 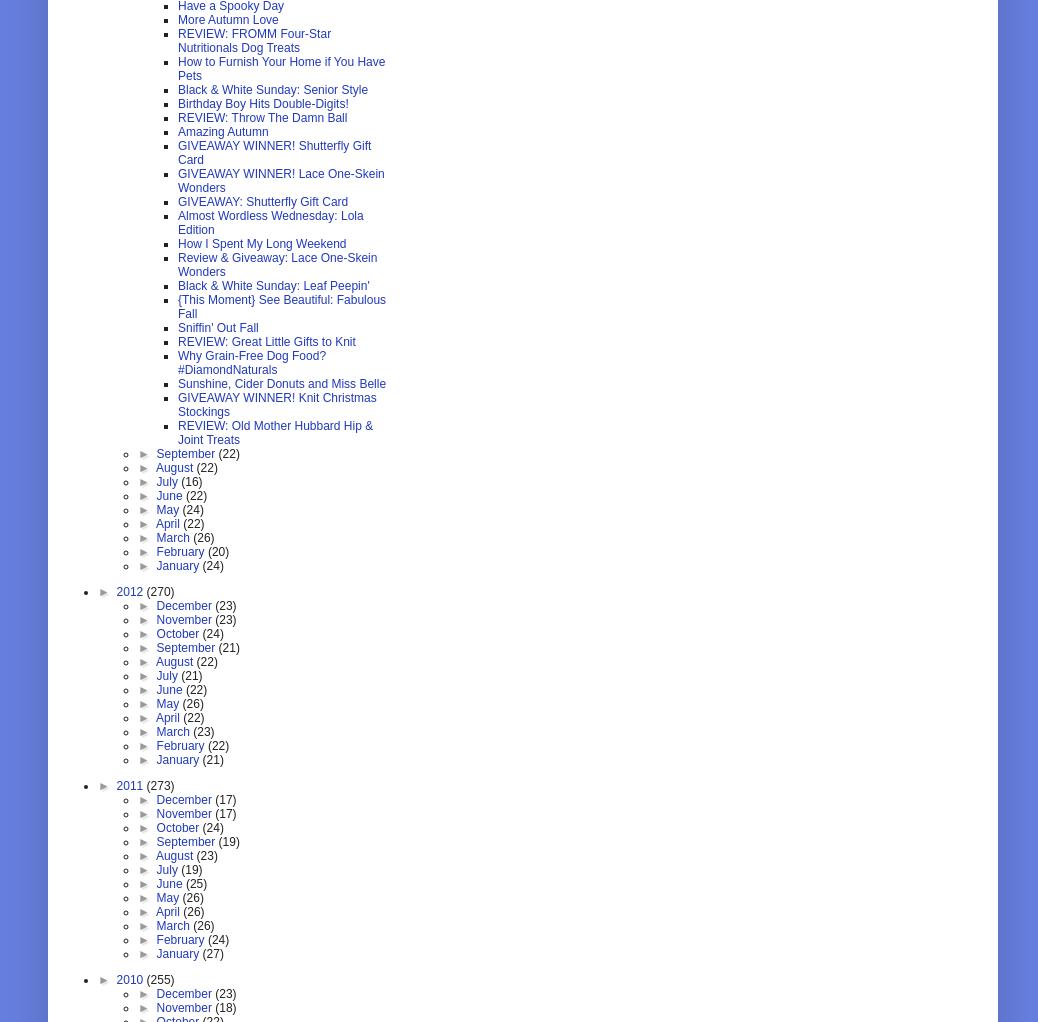 I want to click on '(16)', so click(x=190, y=481).